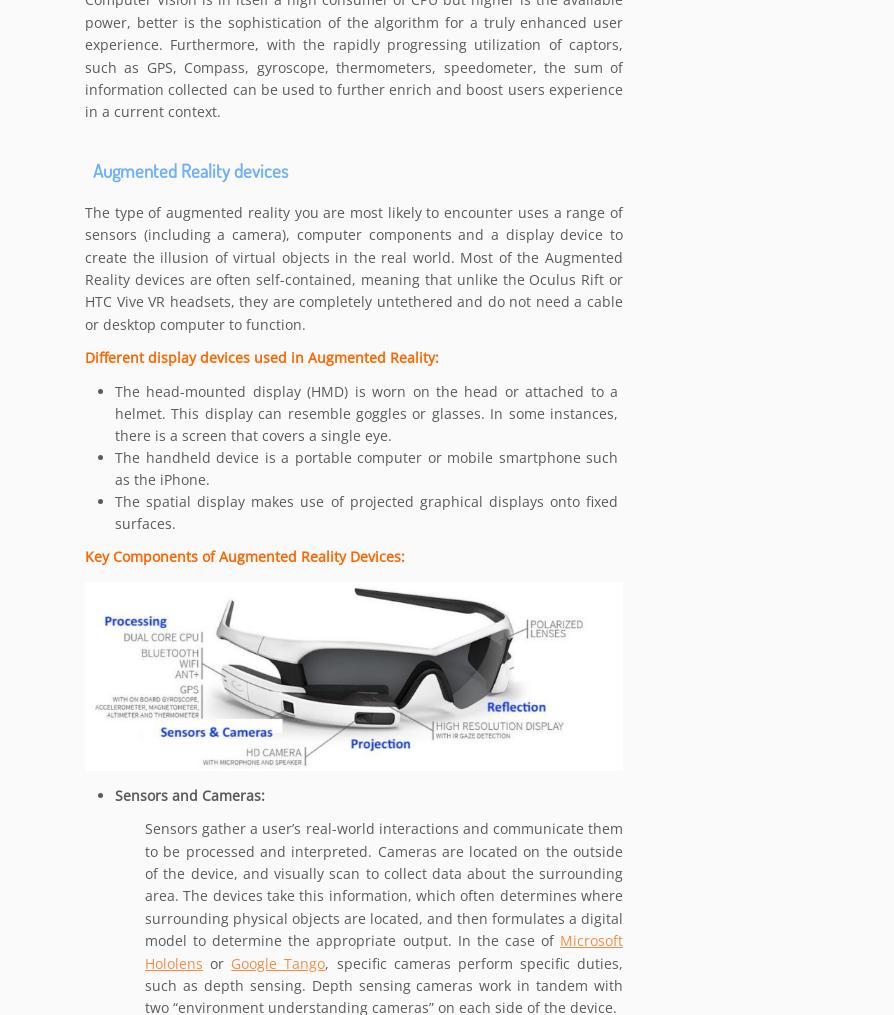 The image size is (894, 1015). Describe the element at coordinates (189, 795) in the screenshot. I see `'Sensors and Cameras:'` at that location.